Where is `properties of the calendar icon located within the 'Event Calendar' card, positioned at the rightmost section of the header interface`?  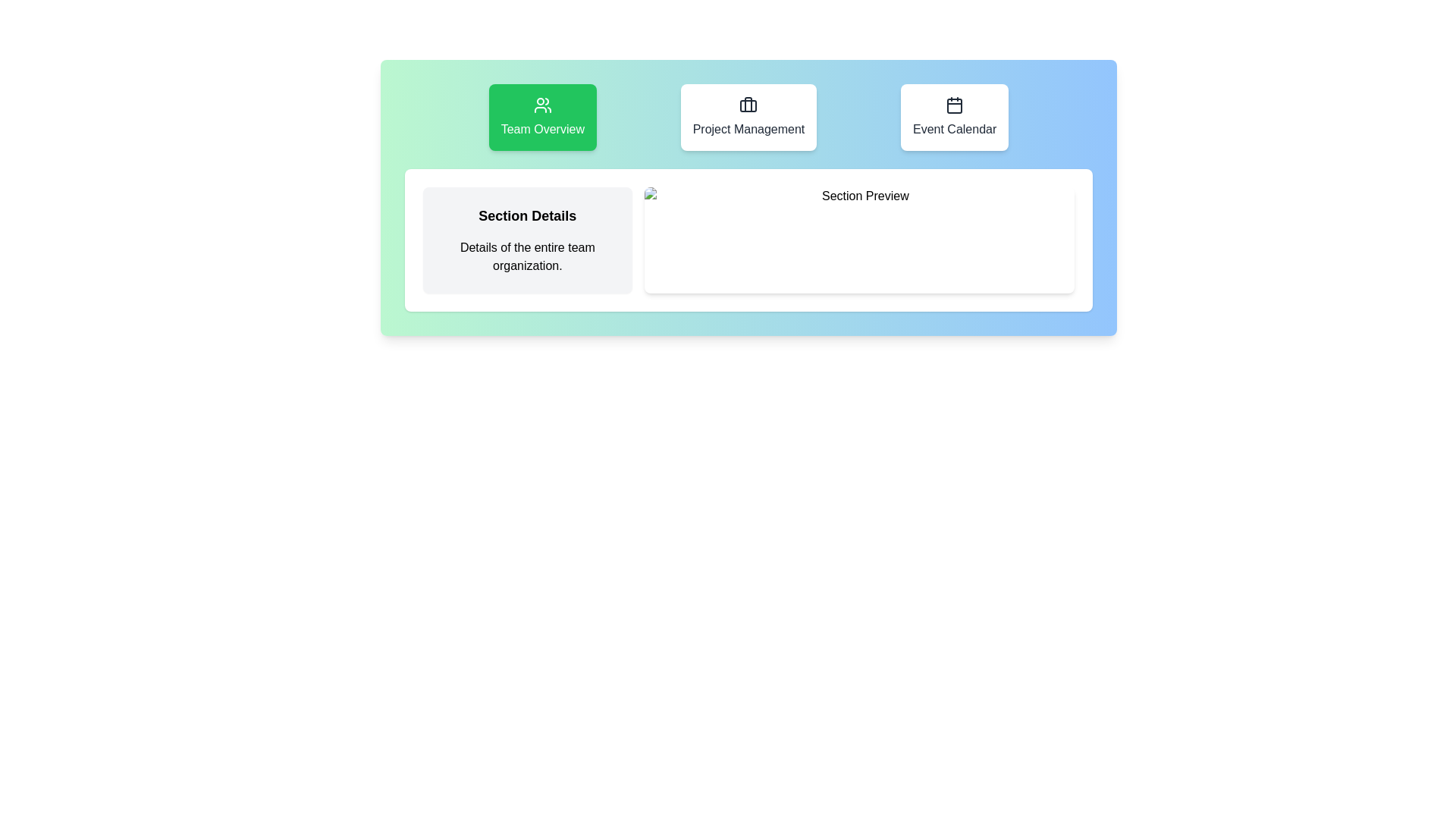 properties of the calendar icon located within the 'Event Calendar' card, positioned at the rightmost section of the header interface is located at coordinates (953, 104).